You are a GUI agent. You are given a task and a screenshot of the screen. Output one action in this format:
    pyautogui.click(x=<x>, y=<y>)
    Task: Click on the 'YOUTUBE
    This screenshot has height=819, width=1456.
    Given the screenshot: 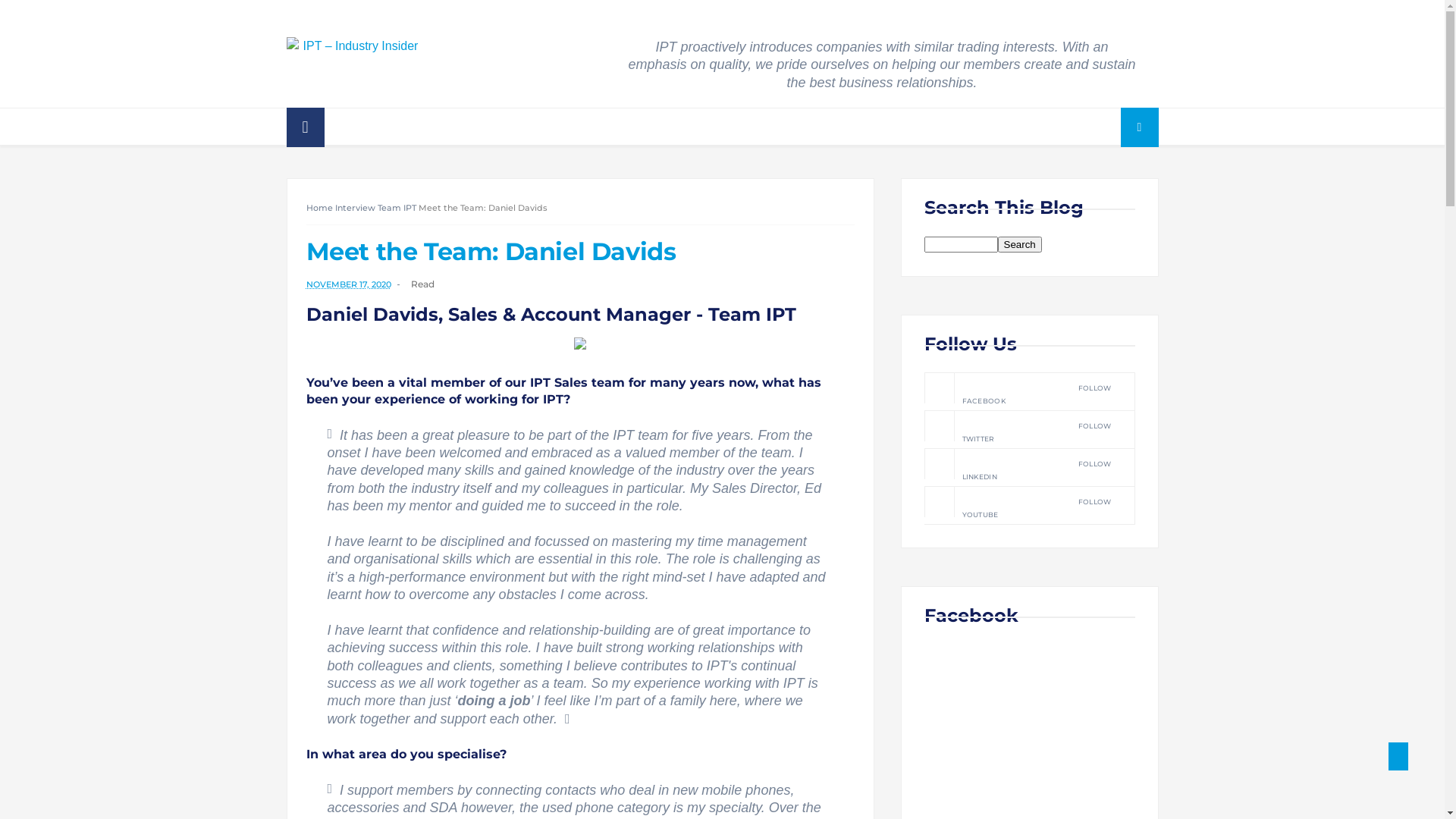 What is the action you would take?
    pyautogui.click(x=1028, y=505)
    